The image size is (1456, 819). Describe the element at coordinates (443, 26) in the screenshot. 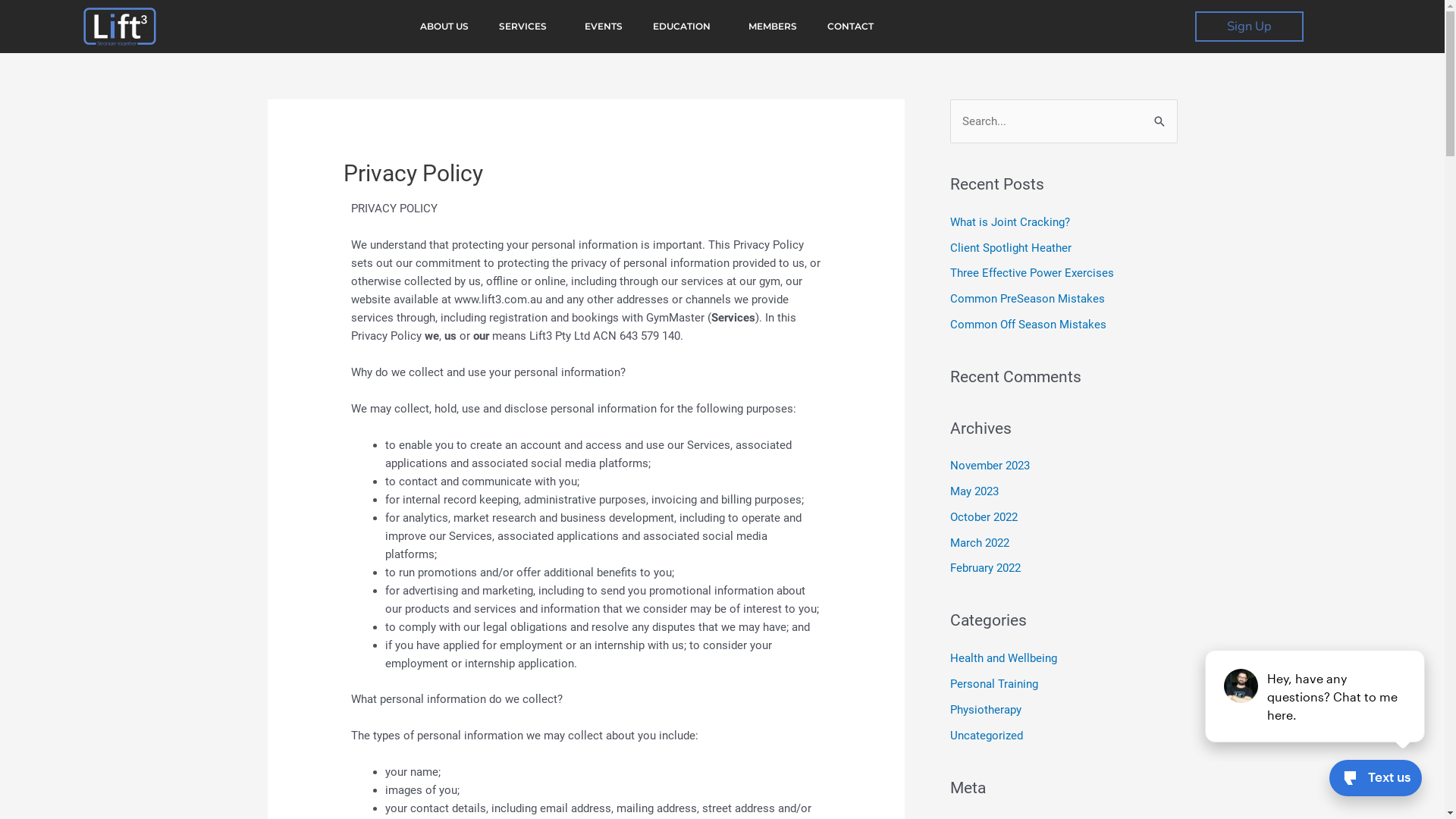

I see `'ABOUT US'` at that location.